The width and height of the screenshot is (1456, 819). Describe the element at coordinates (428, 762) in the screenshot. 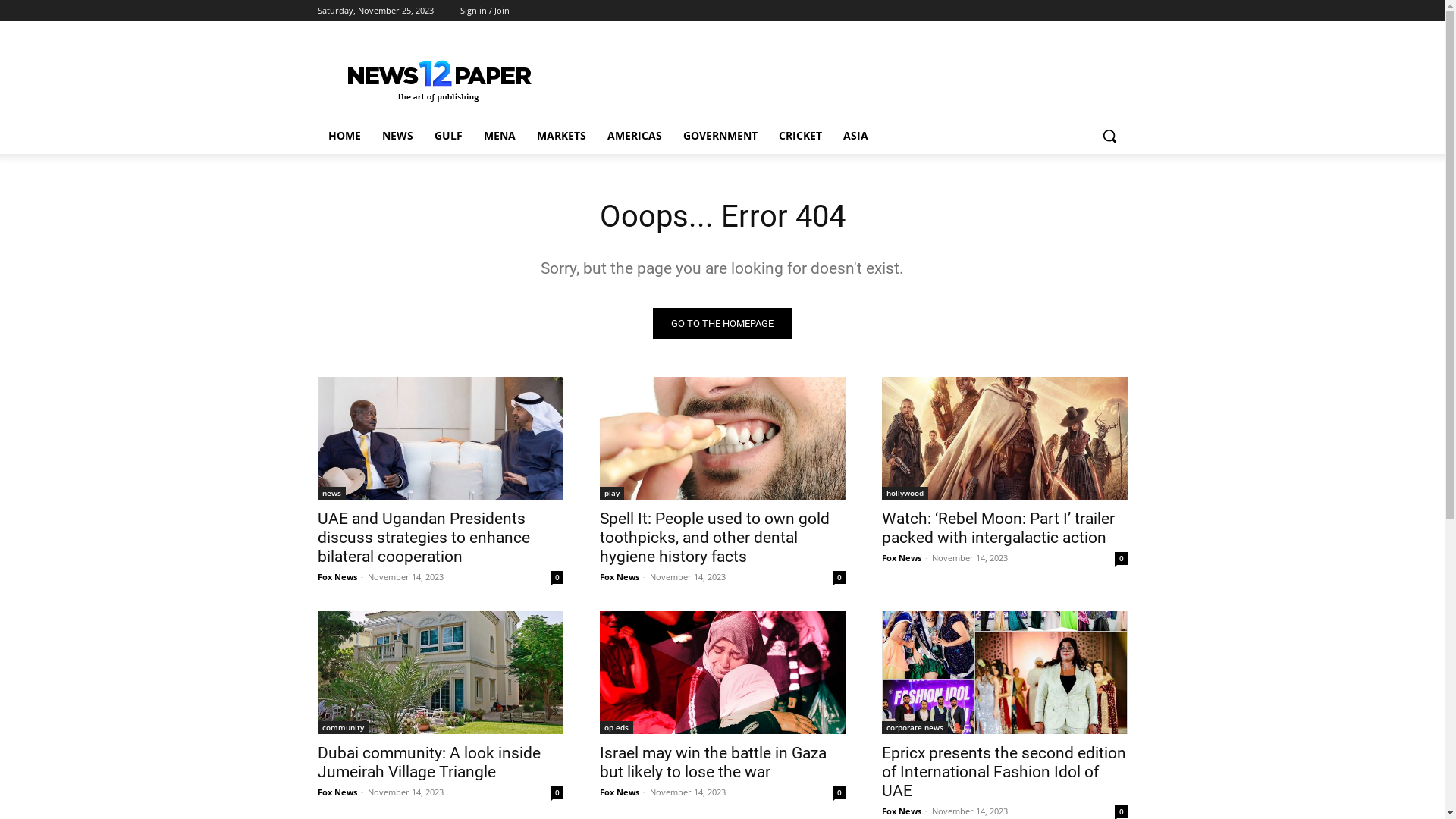

I see `'Dubai community: A look inside Jumeirah Village Triangle'` at that location.